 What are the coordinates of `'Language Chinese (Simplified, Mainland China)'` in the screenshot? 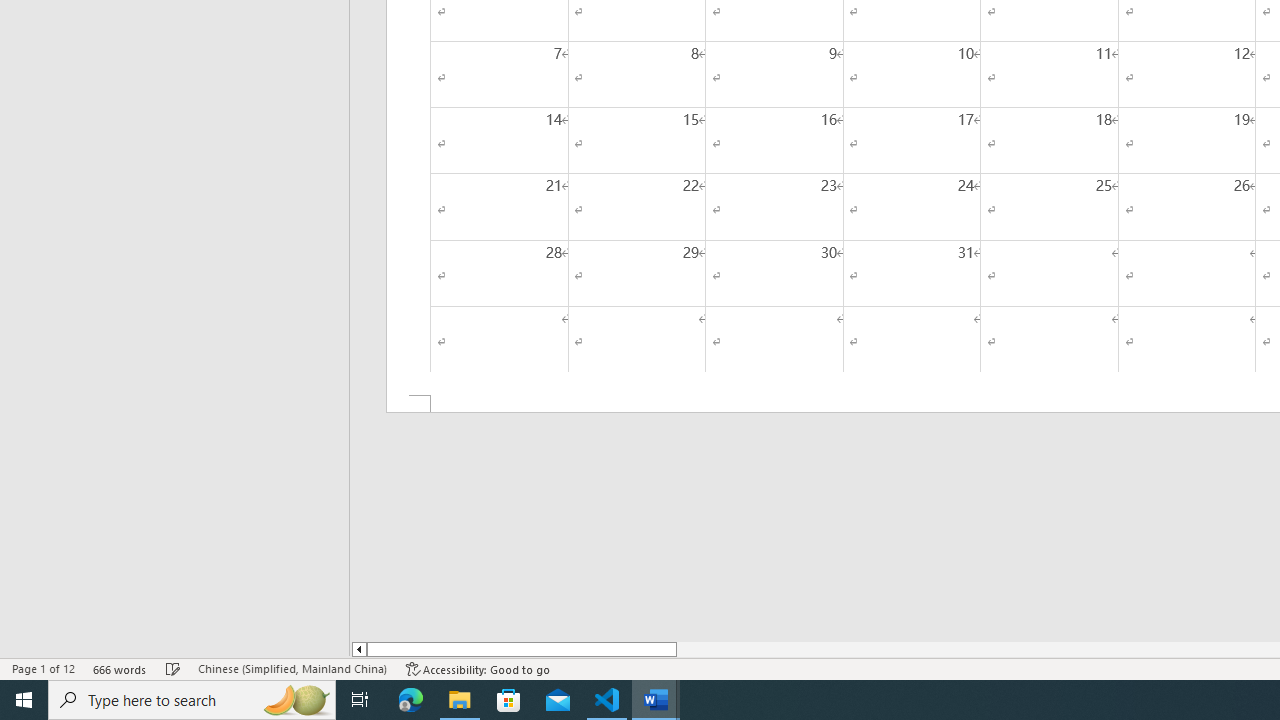 It's located at (291, 669).